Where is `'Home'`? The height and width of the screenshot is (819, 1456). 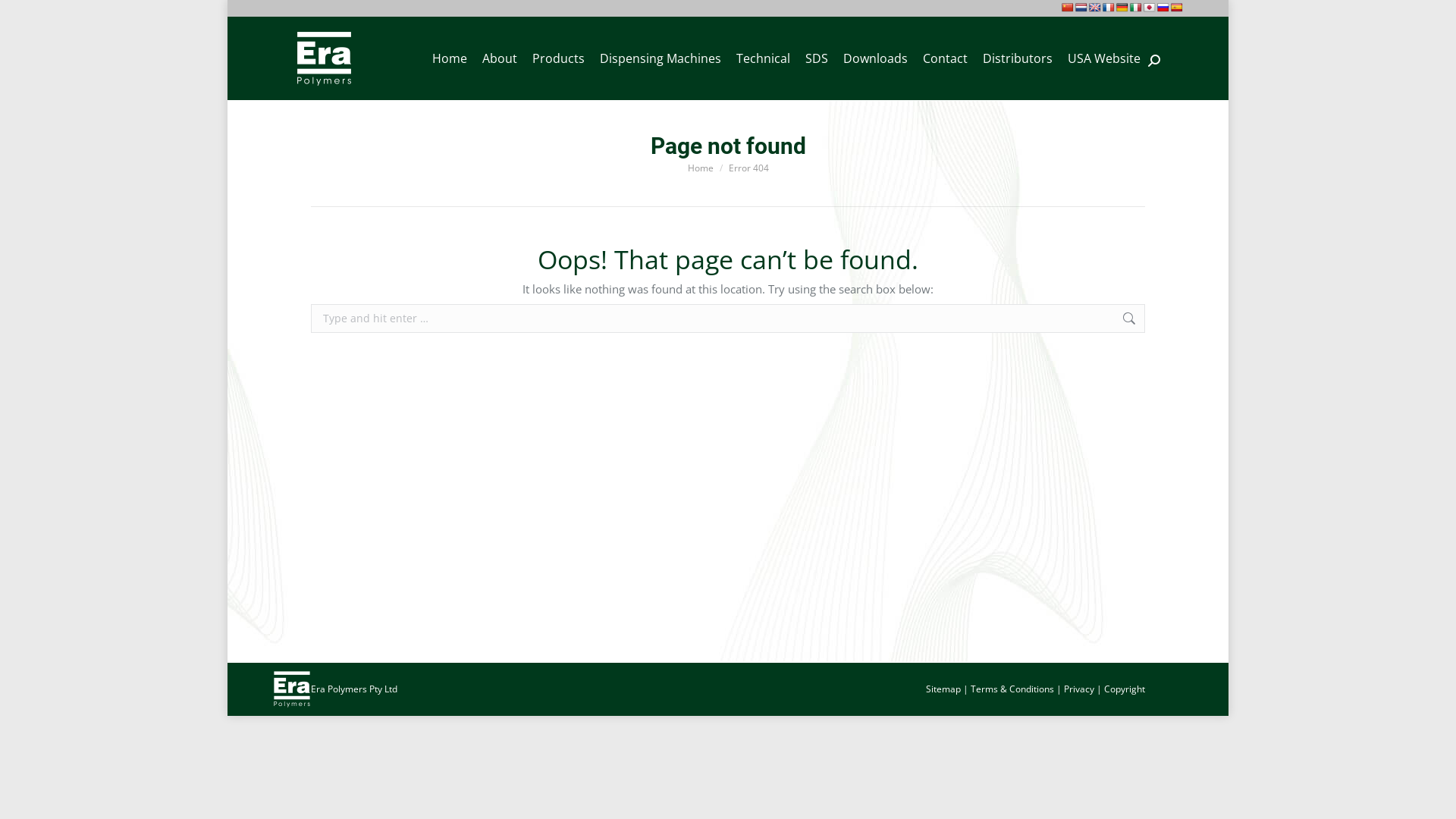 'Home' is located at coordinates (686, 167).